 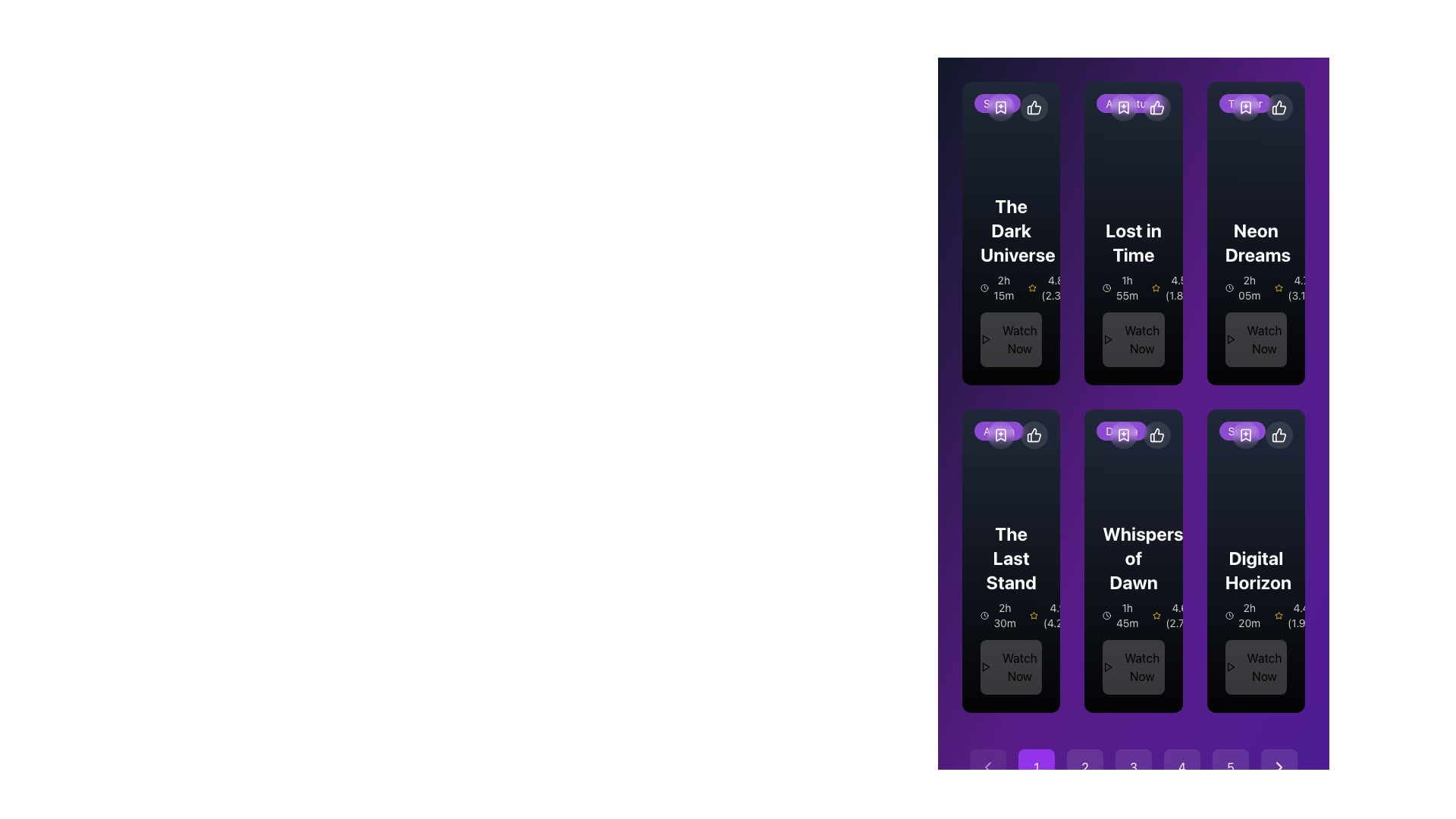 I want to click on duration text displayed below the title of the 'Digital Horizon' card, located at the bottom-left section just above the 'Watch Now' button, so click(x=1244, y=616).